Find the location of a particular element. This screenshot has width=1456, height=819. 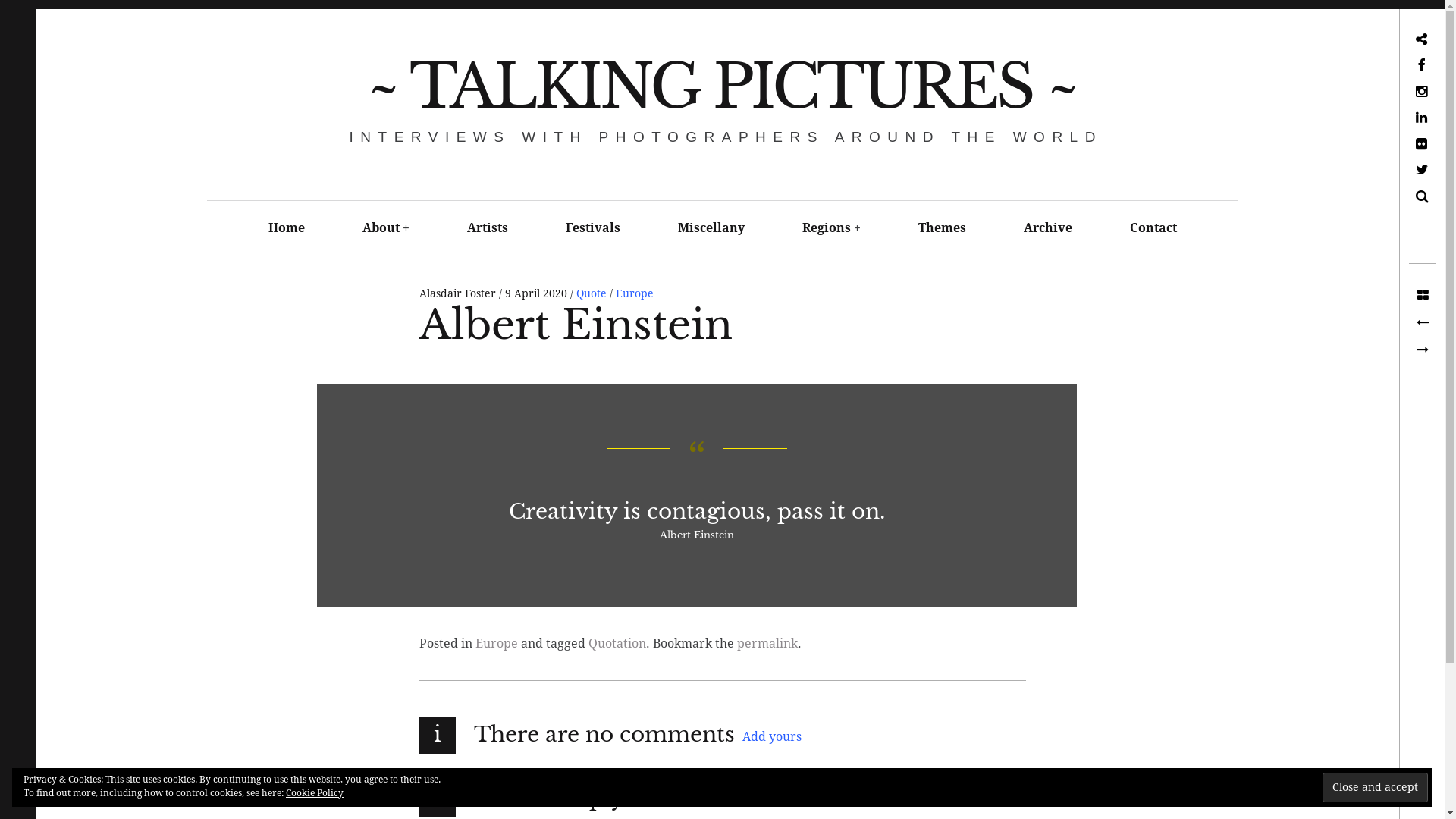

'Instagram' is located at coordinates (1368, 92).